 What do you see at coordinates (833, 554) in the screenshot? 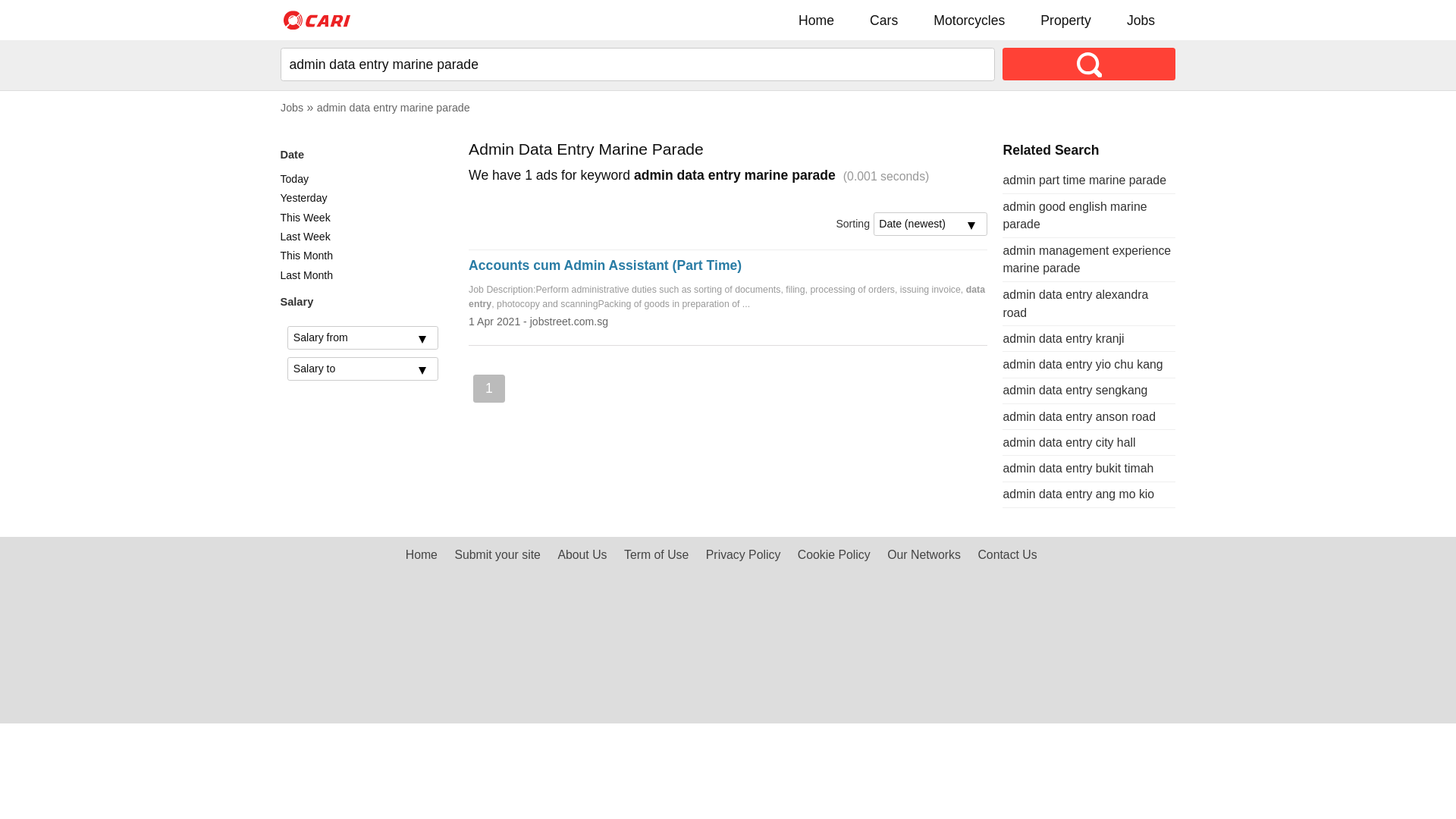
I see `'Cookie Policy'` at bounding box center [833, 554].